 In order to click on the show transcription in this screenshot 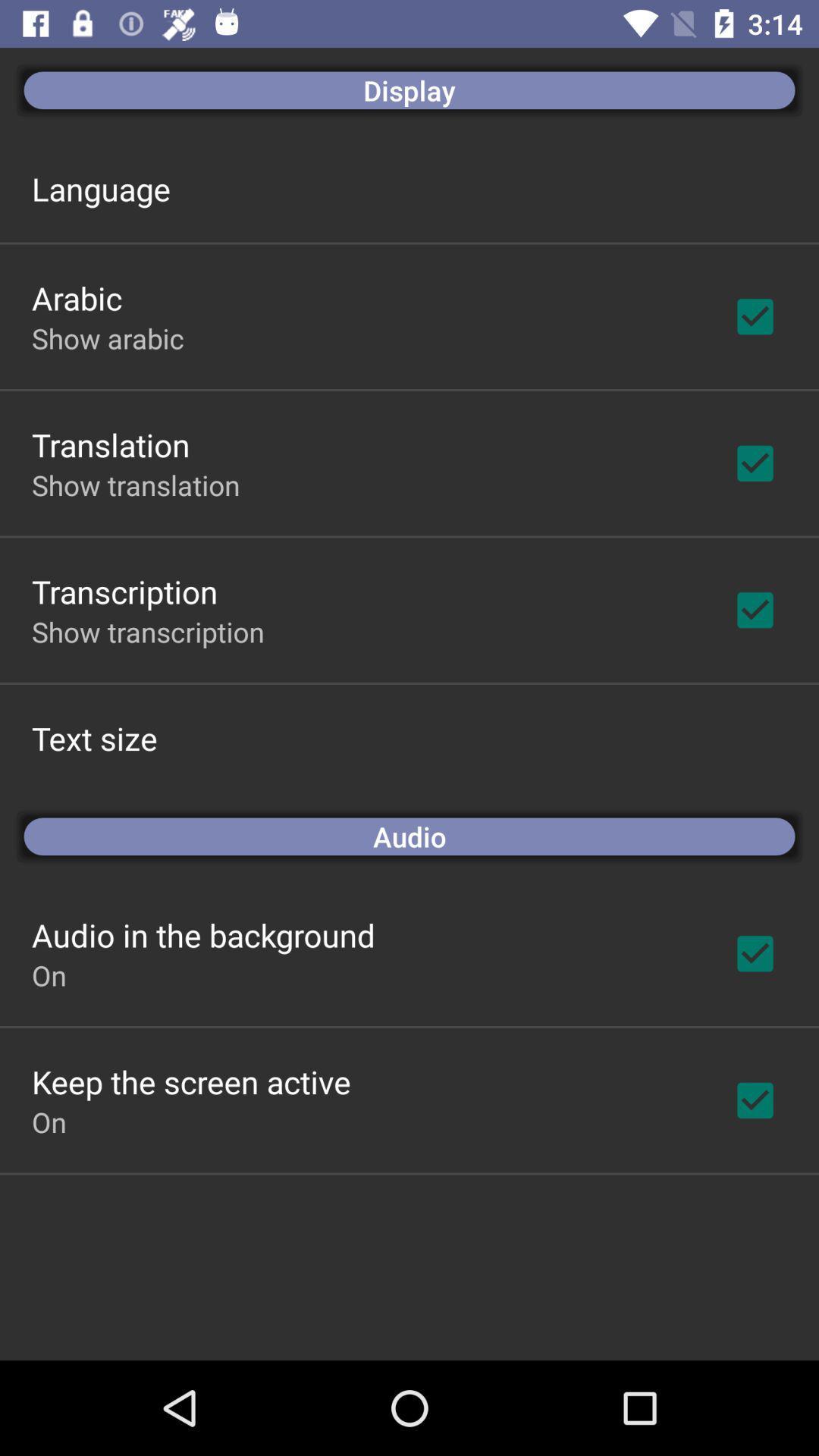, I will do `click(148, 632)`.